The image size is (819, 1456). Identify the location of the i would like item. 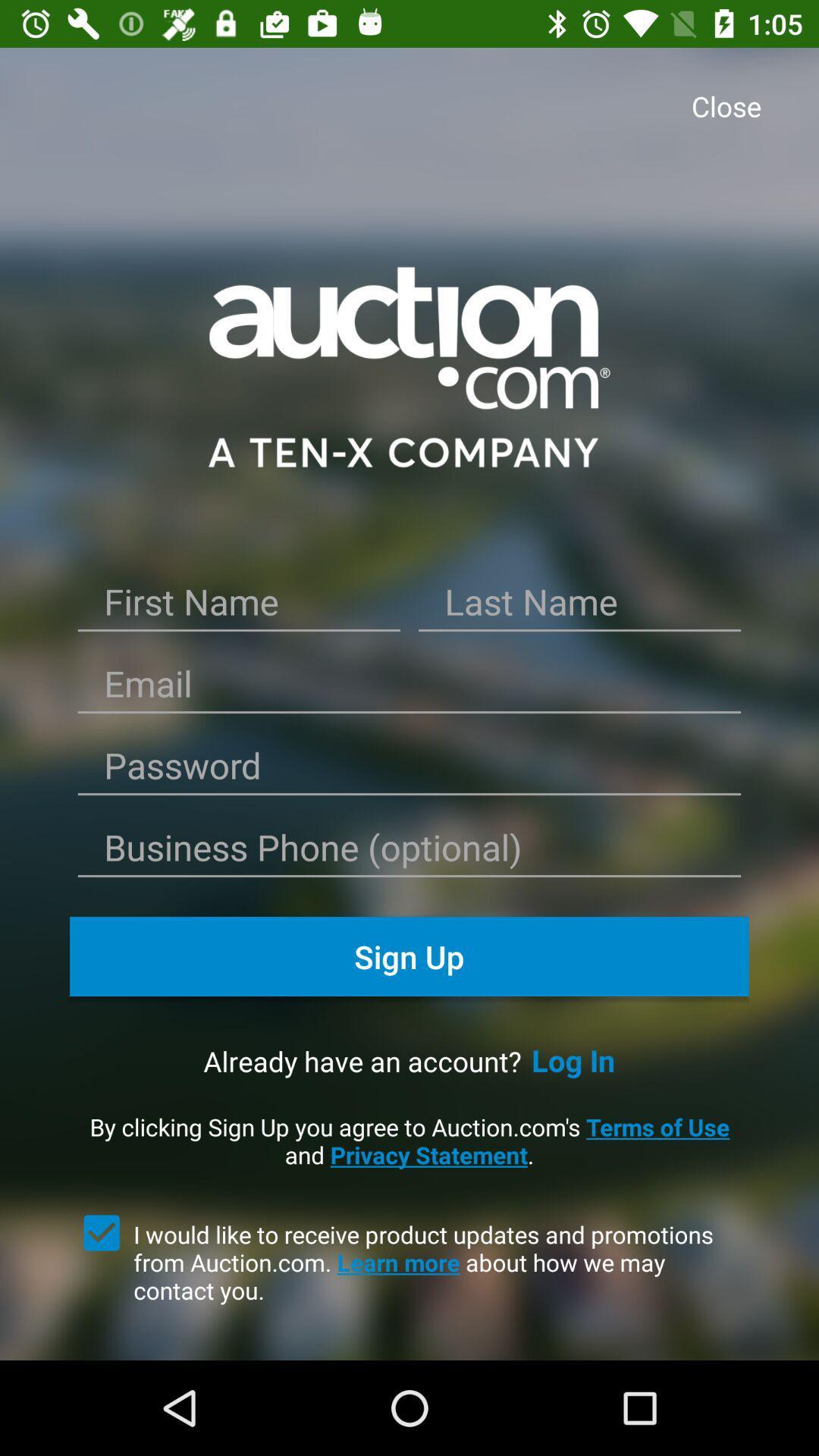
(441, 1262).